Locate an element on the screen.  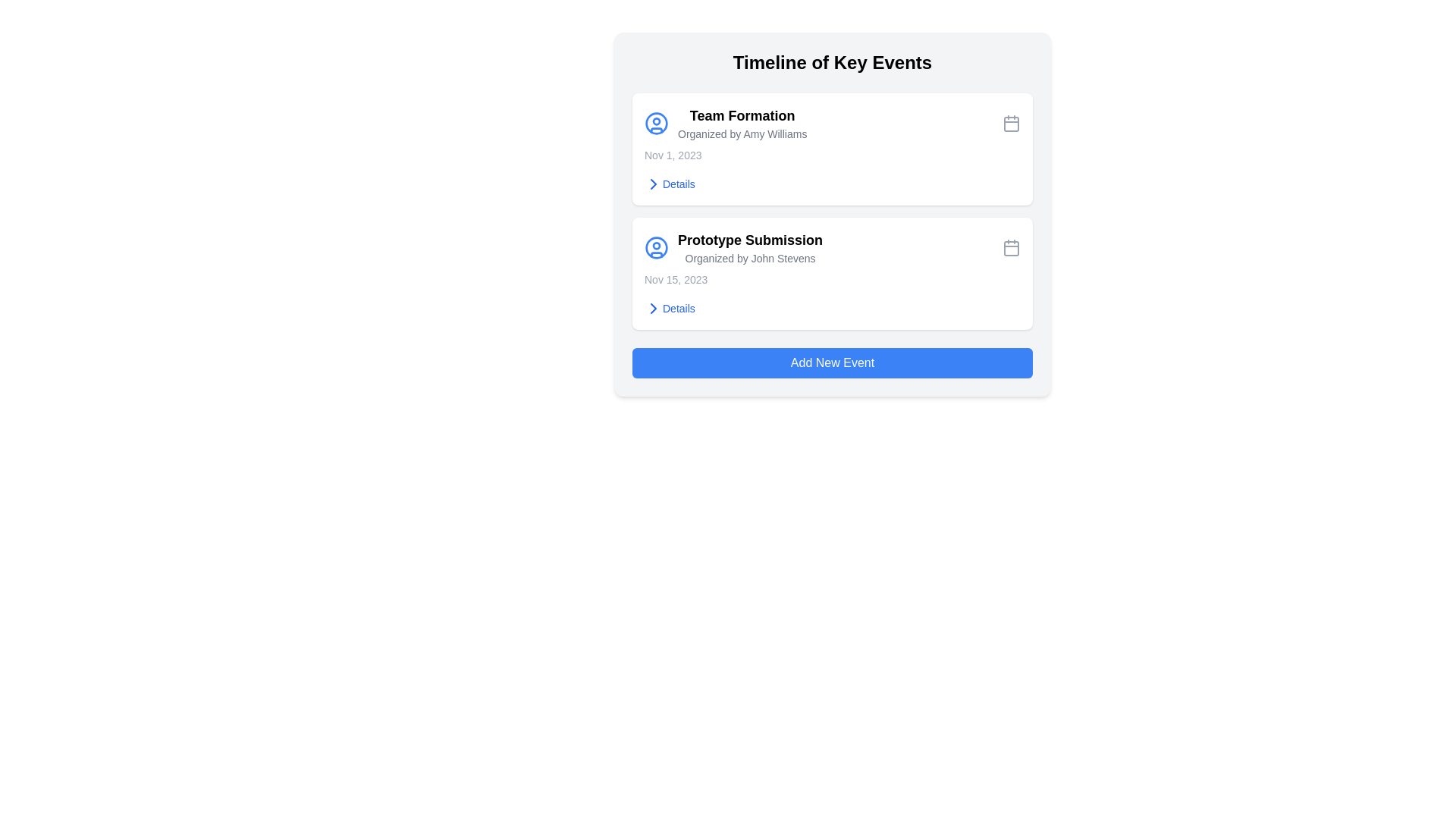
the user avatar icon representing the event organizer located in the 'Team Formation' section at the top of the 'Timeline of Key Events' panel is located at coordinates (656, 247).